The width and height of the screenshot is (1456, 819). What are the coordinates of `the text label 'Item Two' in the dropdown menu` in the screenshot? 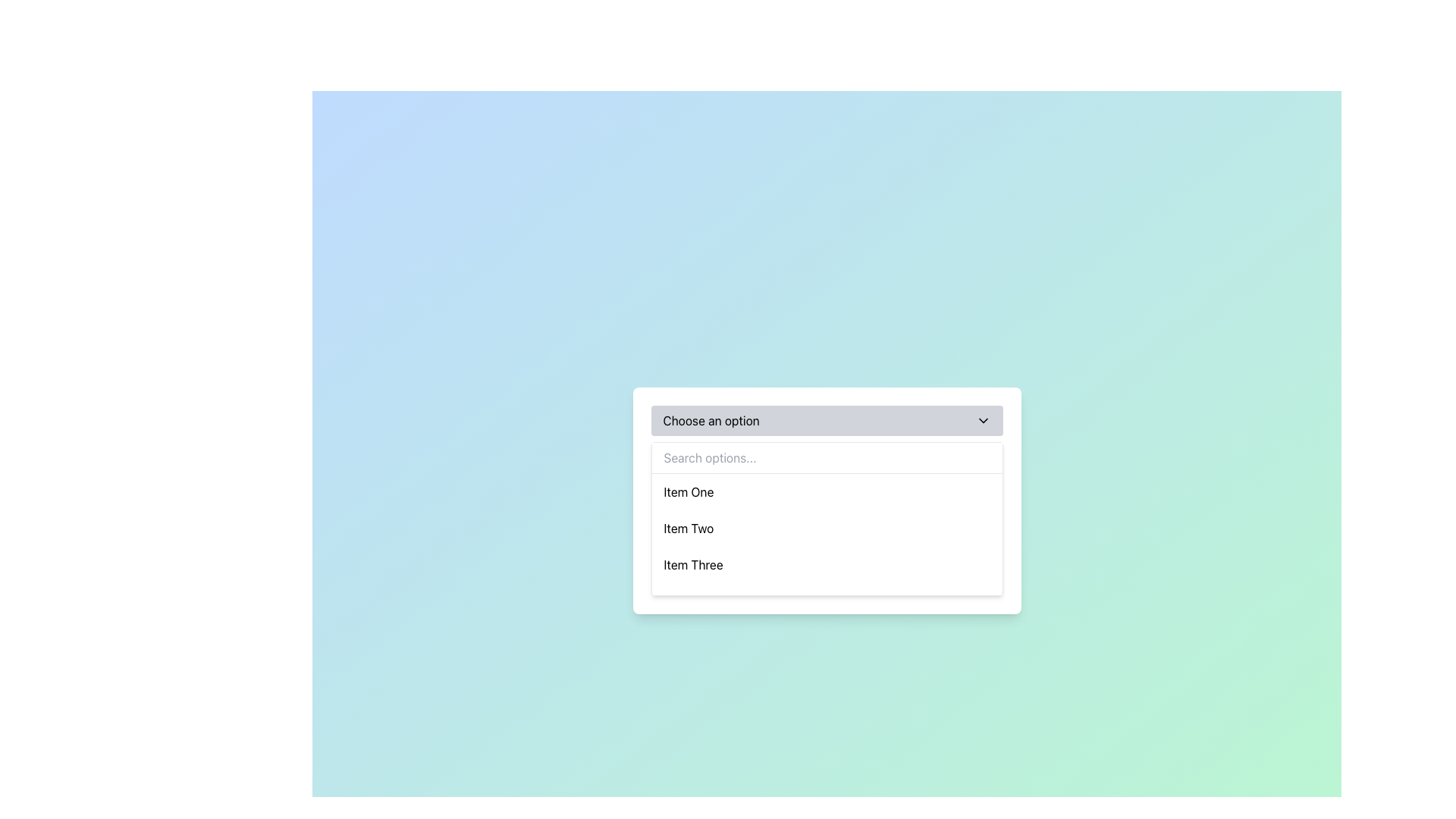 It's located at (687, 526).